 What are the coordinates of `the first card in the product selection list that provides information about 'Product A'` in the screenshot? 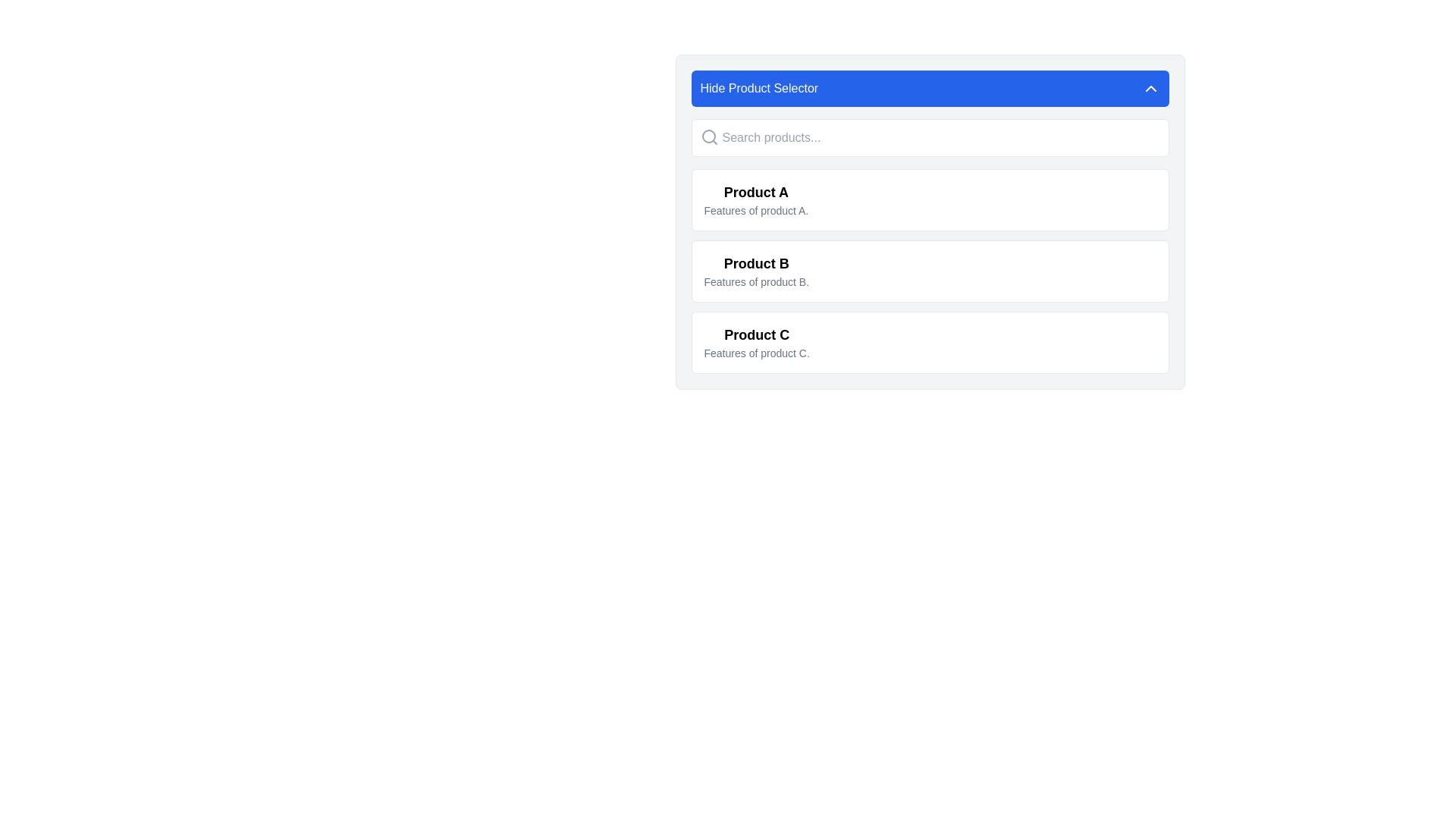 It's located at (929, 199).